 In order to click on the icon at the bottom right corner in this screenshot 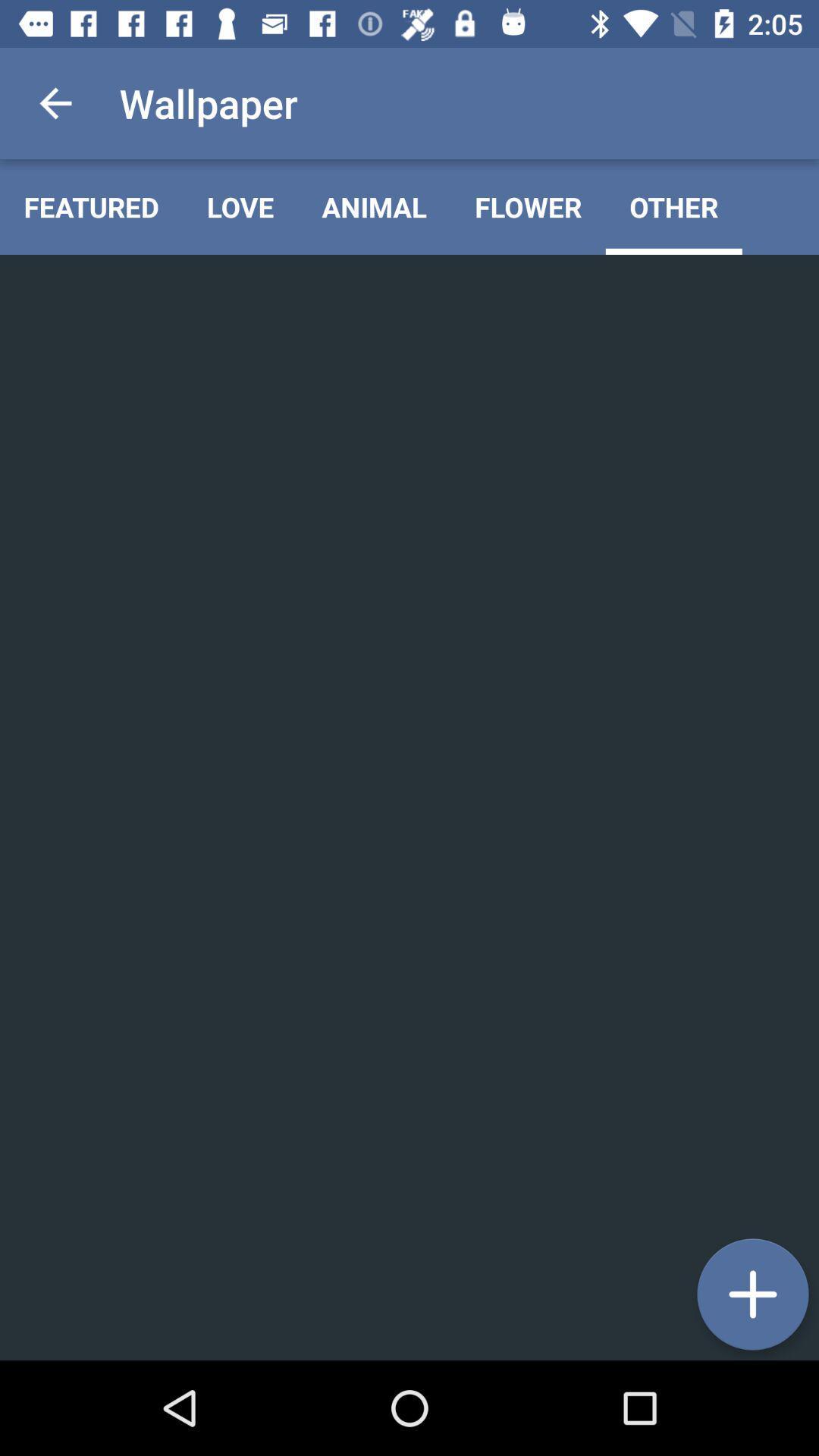, I will do `click(752, 1294)`.